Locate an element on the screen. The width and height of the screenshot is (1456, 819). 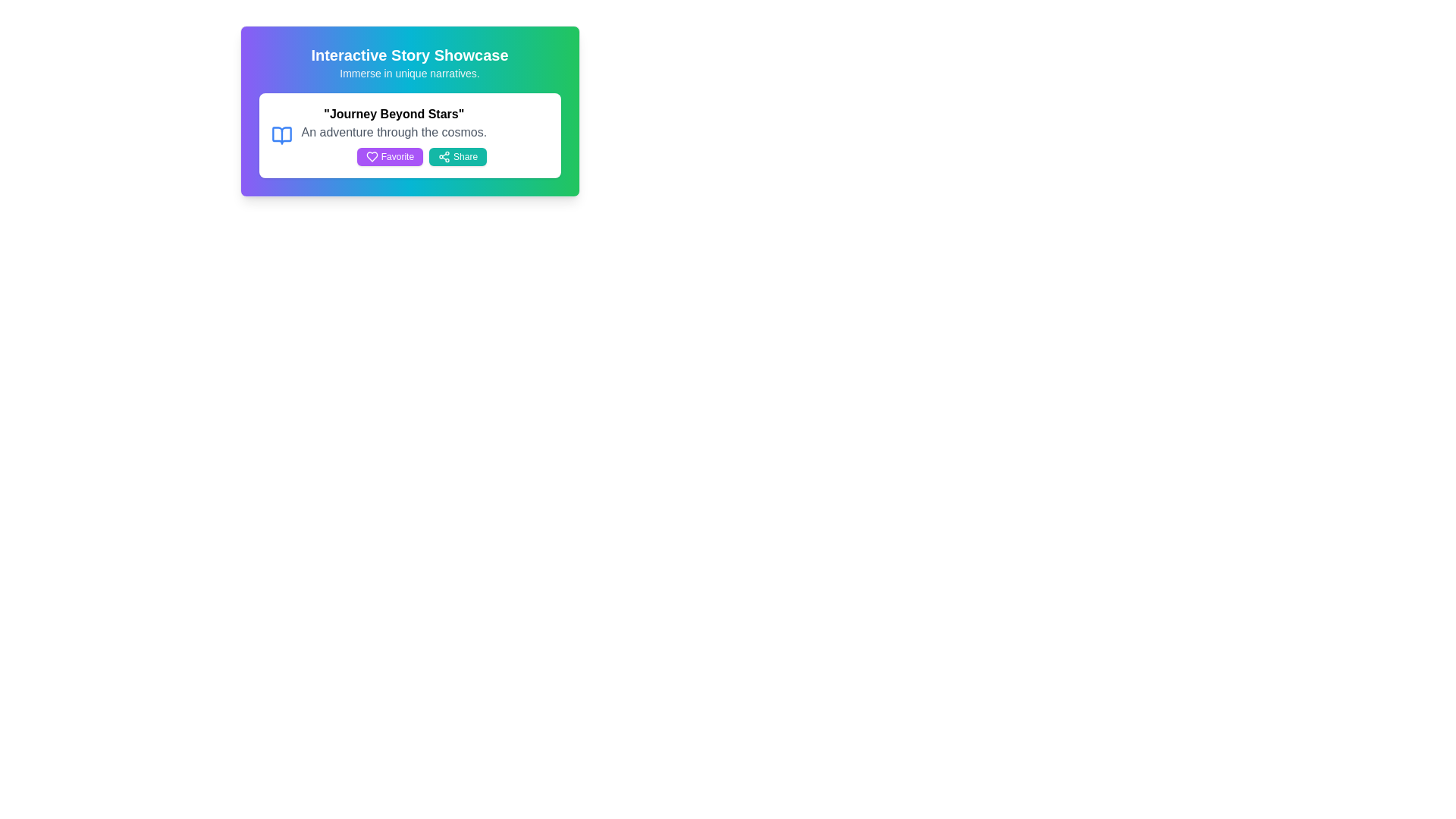
the button located immediately to the right of the line reading 'An adventure through the cosmos.' to mark or unmark the item as favorite is located at coordinates (394, 157).